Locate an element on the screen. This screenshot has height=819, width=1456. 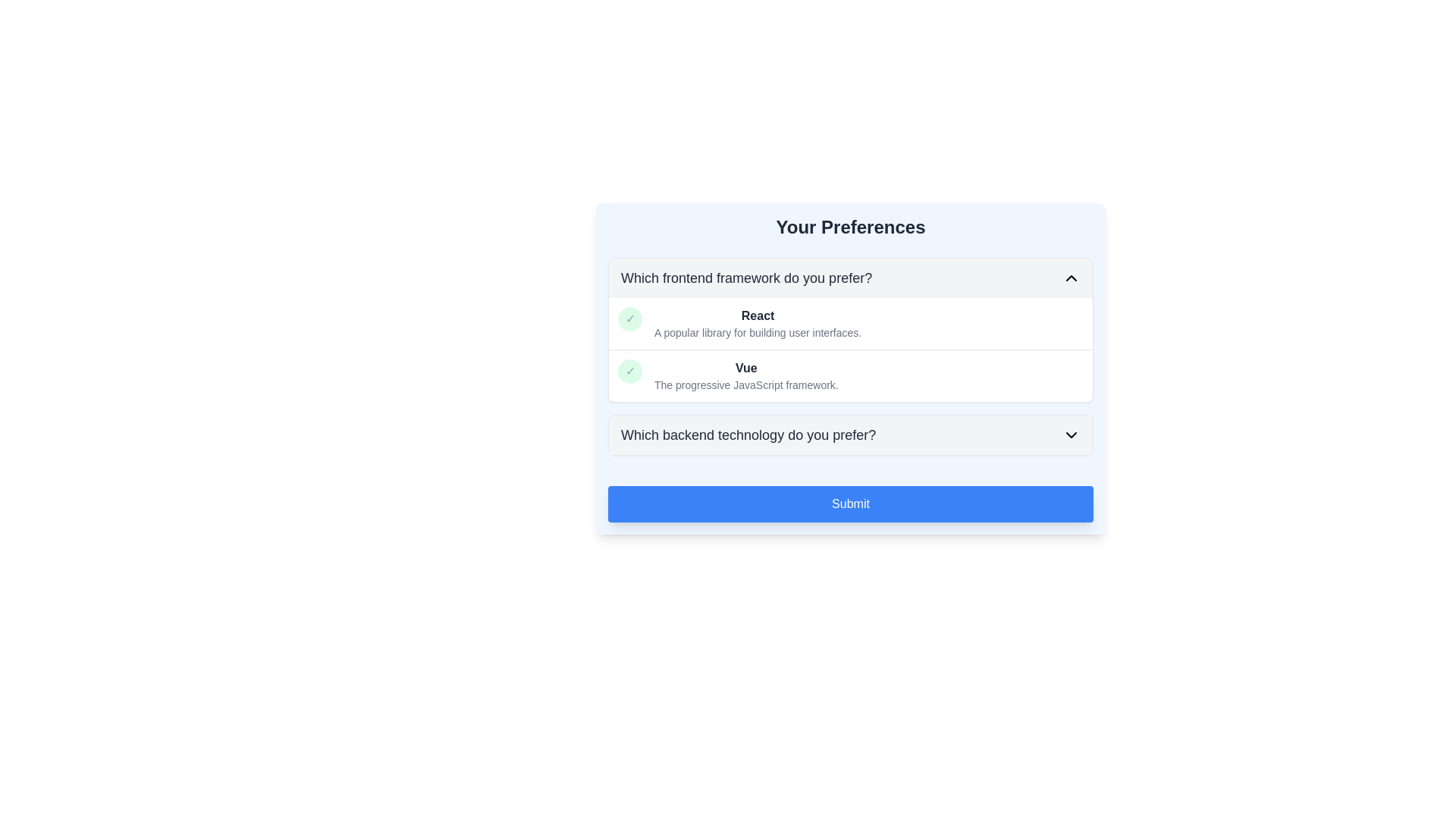
the Text label displaying 'Vue' in dark gray at the top of the section titled 'Which frontend framework do you prefer?' is located at coordinates (746, 369).